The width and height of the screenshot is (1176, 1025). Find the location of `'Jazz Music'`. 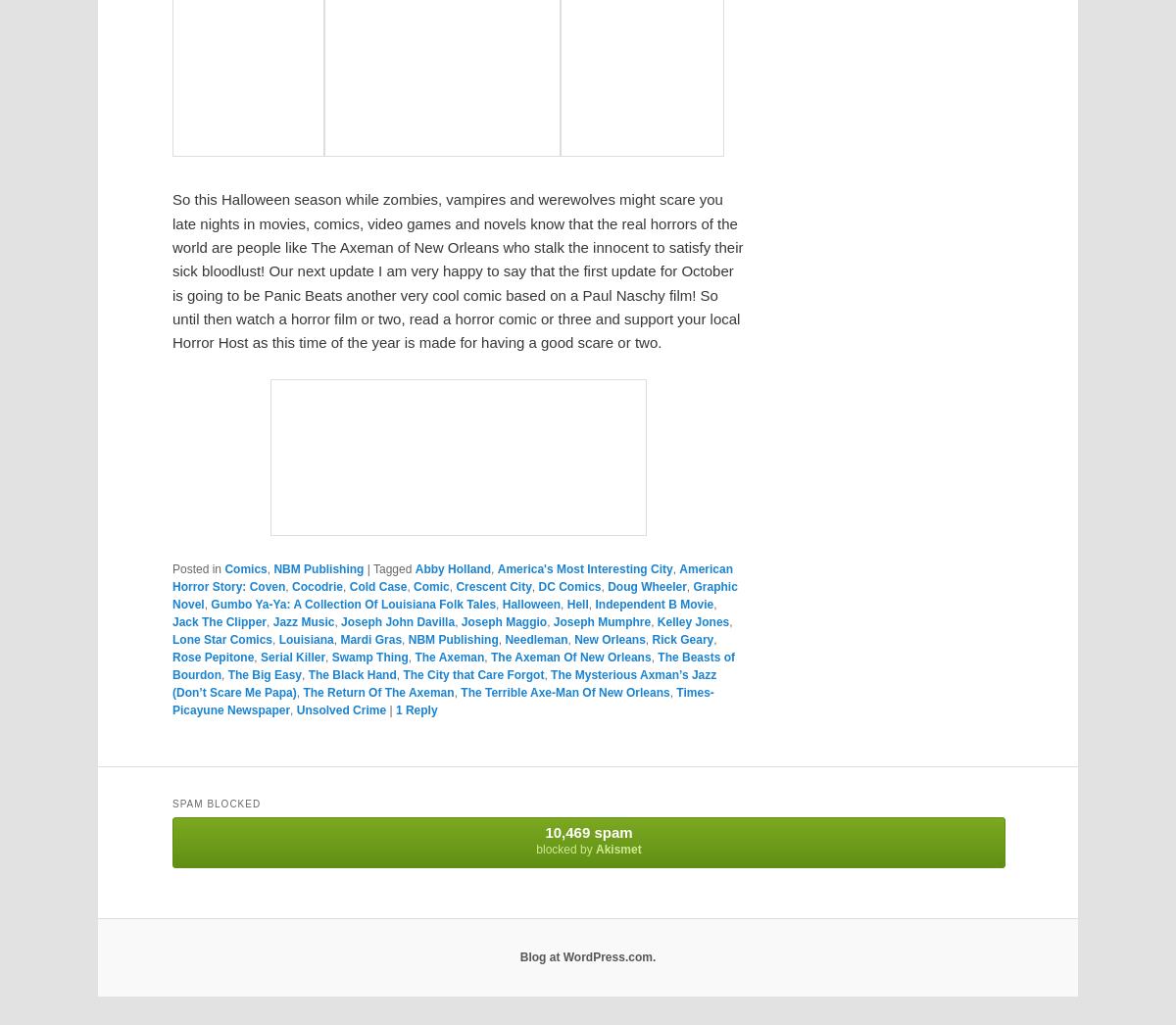

'Jazz Music' is located at coordinates (271, 619).